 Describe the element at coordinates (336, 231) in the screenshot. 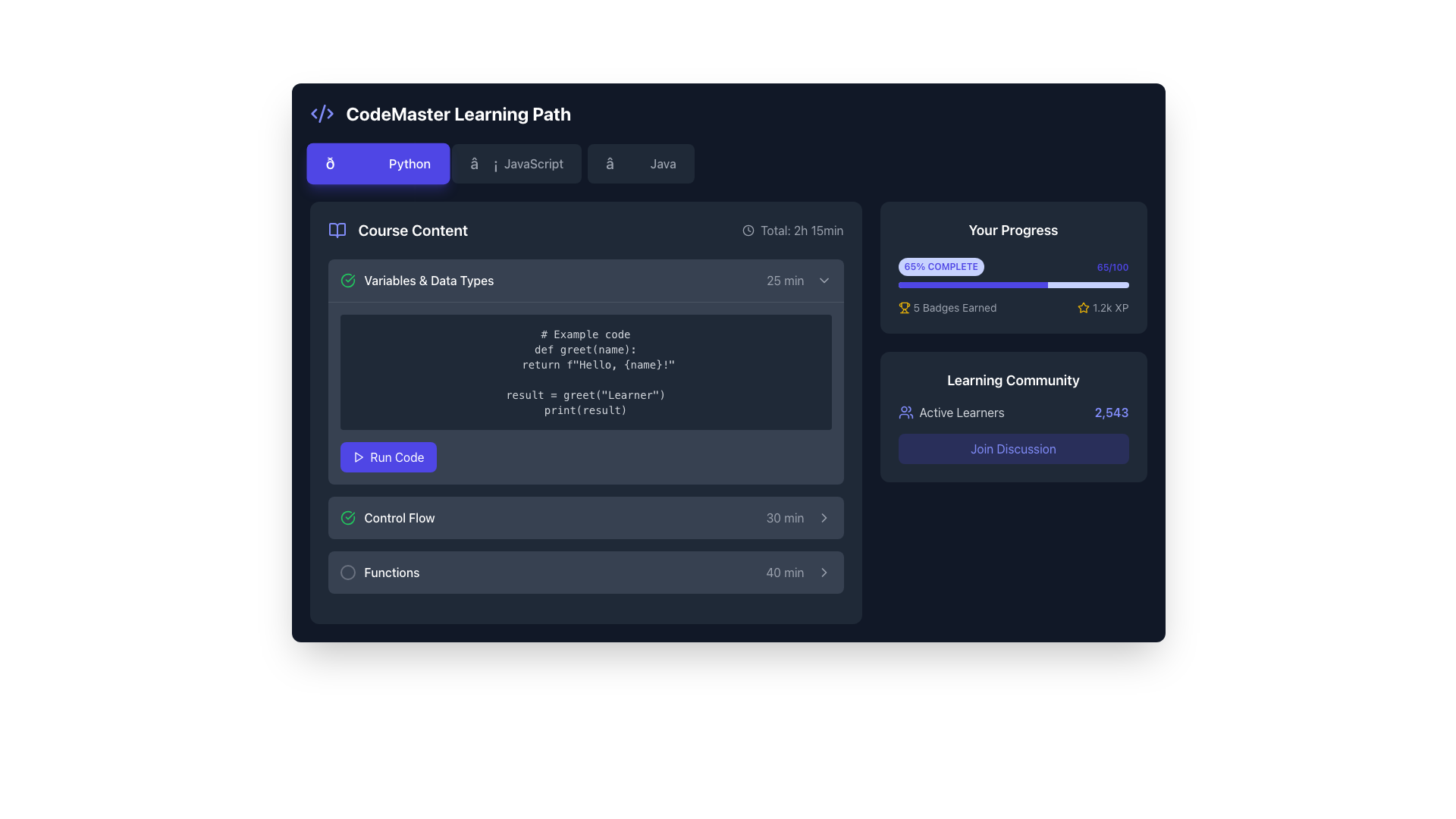

I see `the indigo book icon, which features two open pages and is located to the left of the 'Course Content' text` at that location.